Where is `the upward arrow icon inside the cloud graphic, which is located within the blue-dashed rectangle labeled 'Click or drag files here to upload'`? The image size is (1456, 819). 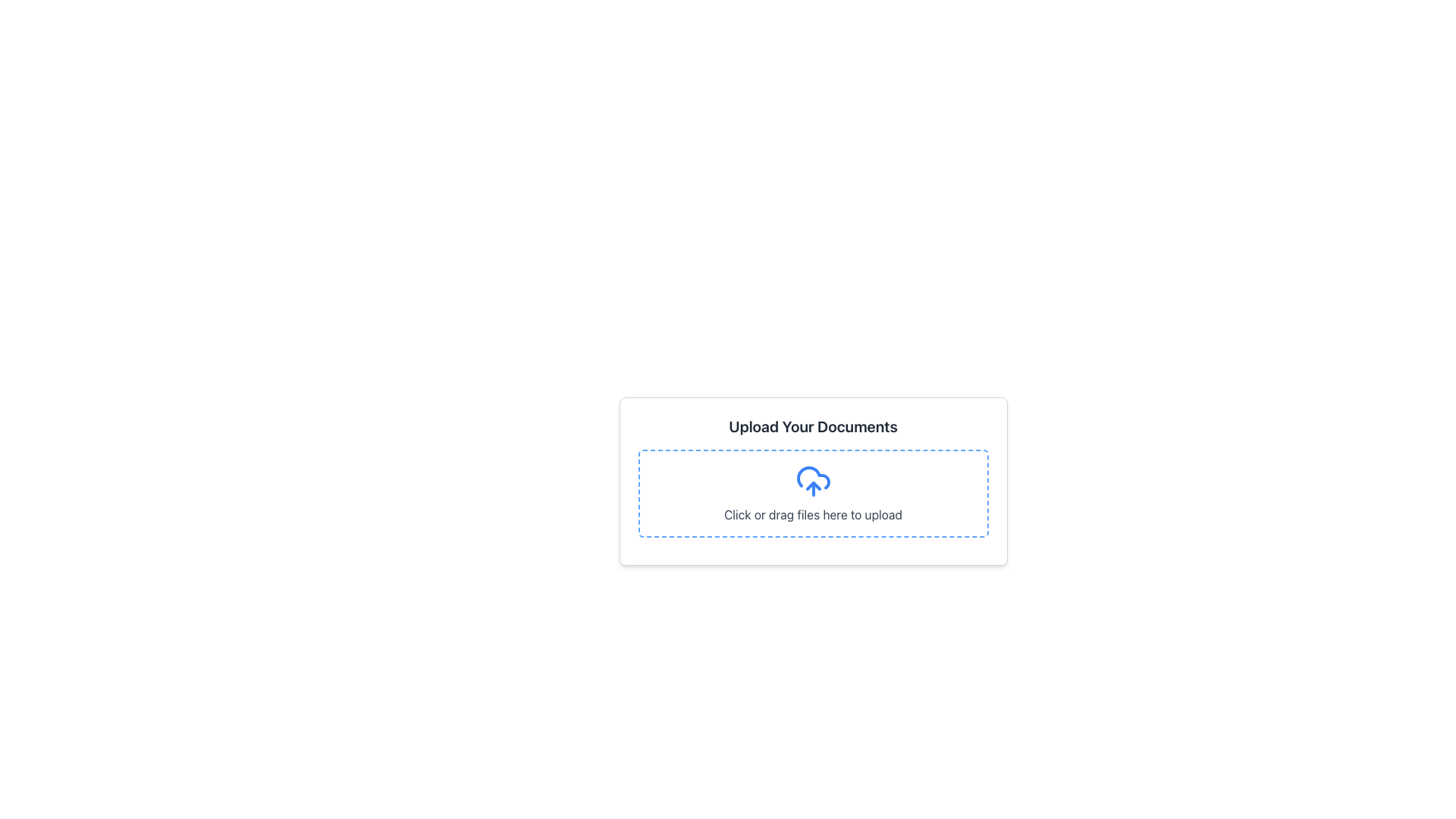
the upward arrow icon inside the cloud graphic, which is located within the blue-dashed rectangle labeled 'Click or drag files here to upload' is located at coordinates (812, 485).